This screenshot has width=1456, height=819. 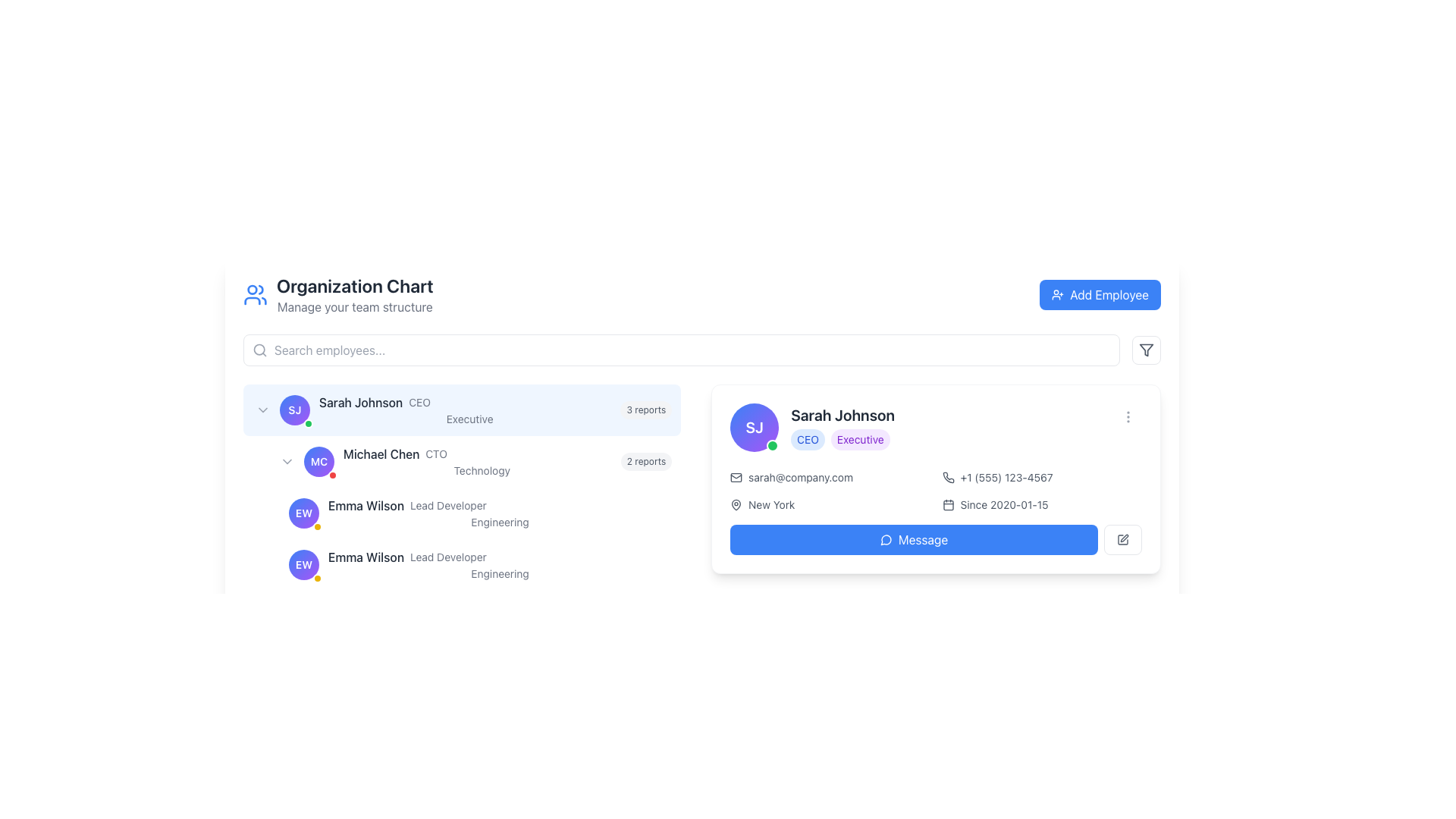 I want to click on the 'Executive' label, which indicates a position within the organizational chart and is located beneath the 'Sarah Johnson' and 'CEO' labels, so click(x=469, y=419).